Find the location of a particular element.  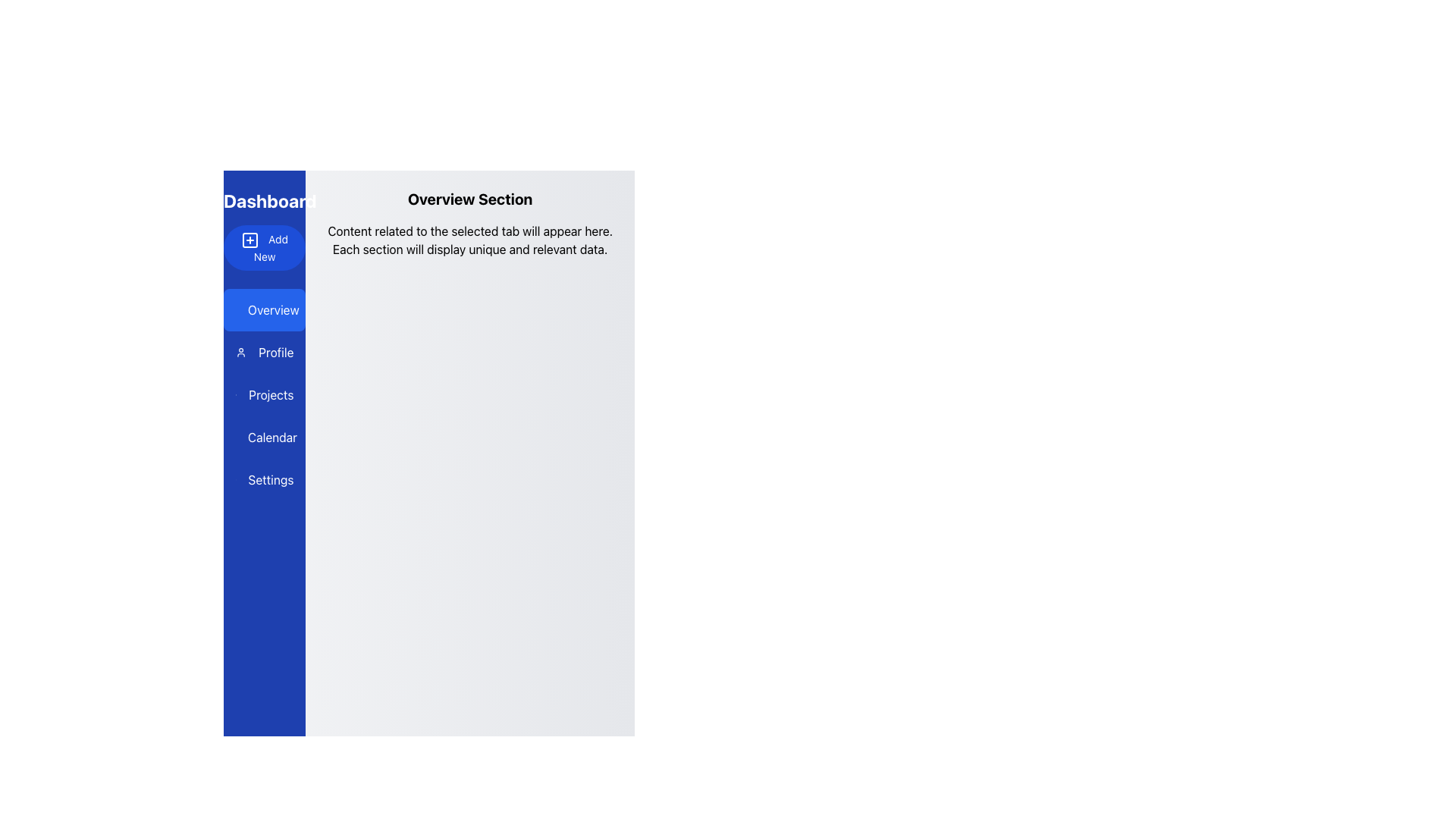

the first button in the vertical navigation menu on the left sidebar is located at coordinates (265, 309).